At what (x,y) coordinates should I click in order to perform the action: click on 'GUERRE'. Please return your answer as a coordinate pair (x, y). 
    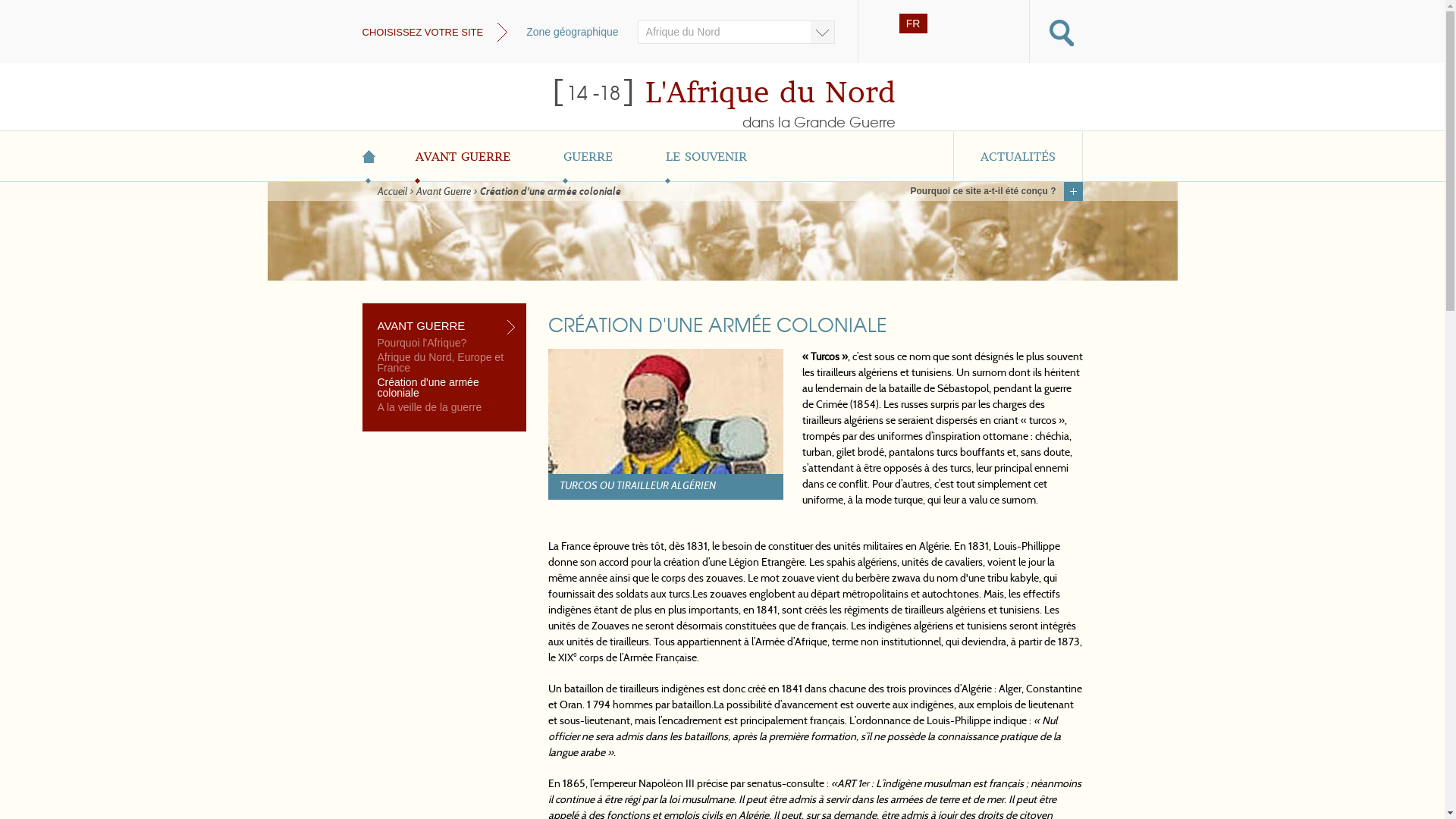
    Looking at the image, I should click on (537, 155).